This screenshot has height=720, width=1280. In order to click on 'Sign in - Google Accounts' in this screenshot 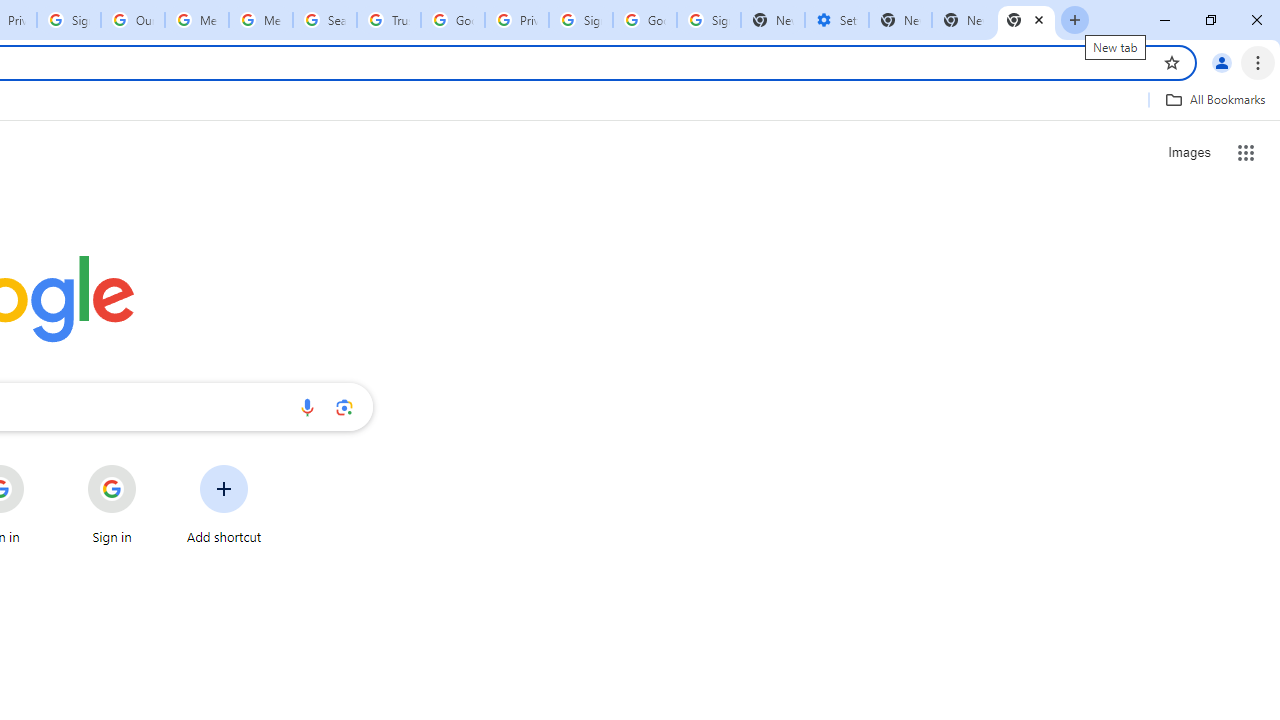, I will do `click(580, 20)`.